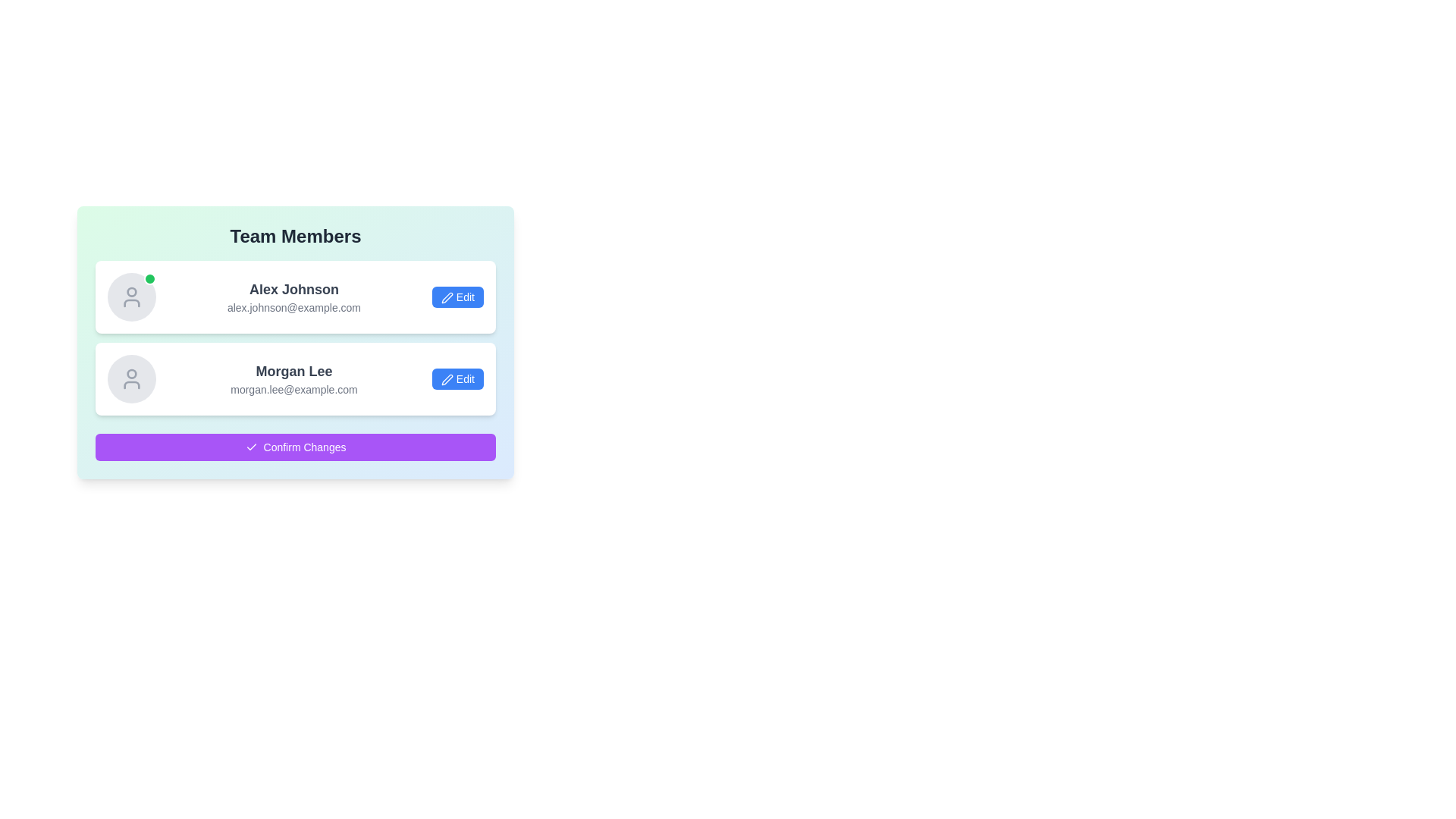  Describe the element at coordinates (131, 303) in the screenshot. I see `the arc-shaped graphical detail that forms the lower part of the user icon for 'Alex Johnson' in the list` at that location.